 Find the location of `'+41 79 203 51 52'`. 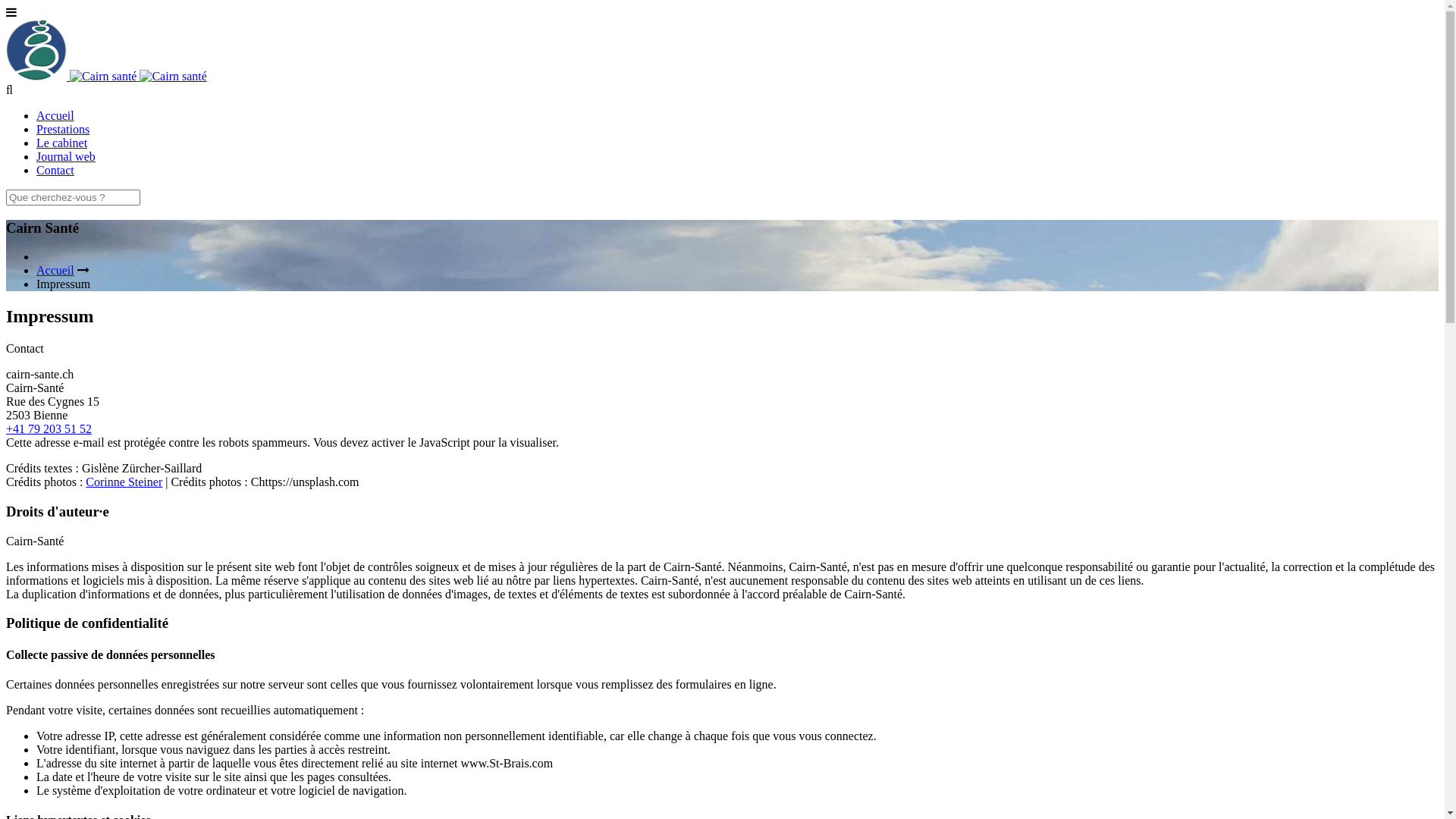

'+41 79 203 51 52' is located at coordinates (49, 428).